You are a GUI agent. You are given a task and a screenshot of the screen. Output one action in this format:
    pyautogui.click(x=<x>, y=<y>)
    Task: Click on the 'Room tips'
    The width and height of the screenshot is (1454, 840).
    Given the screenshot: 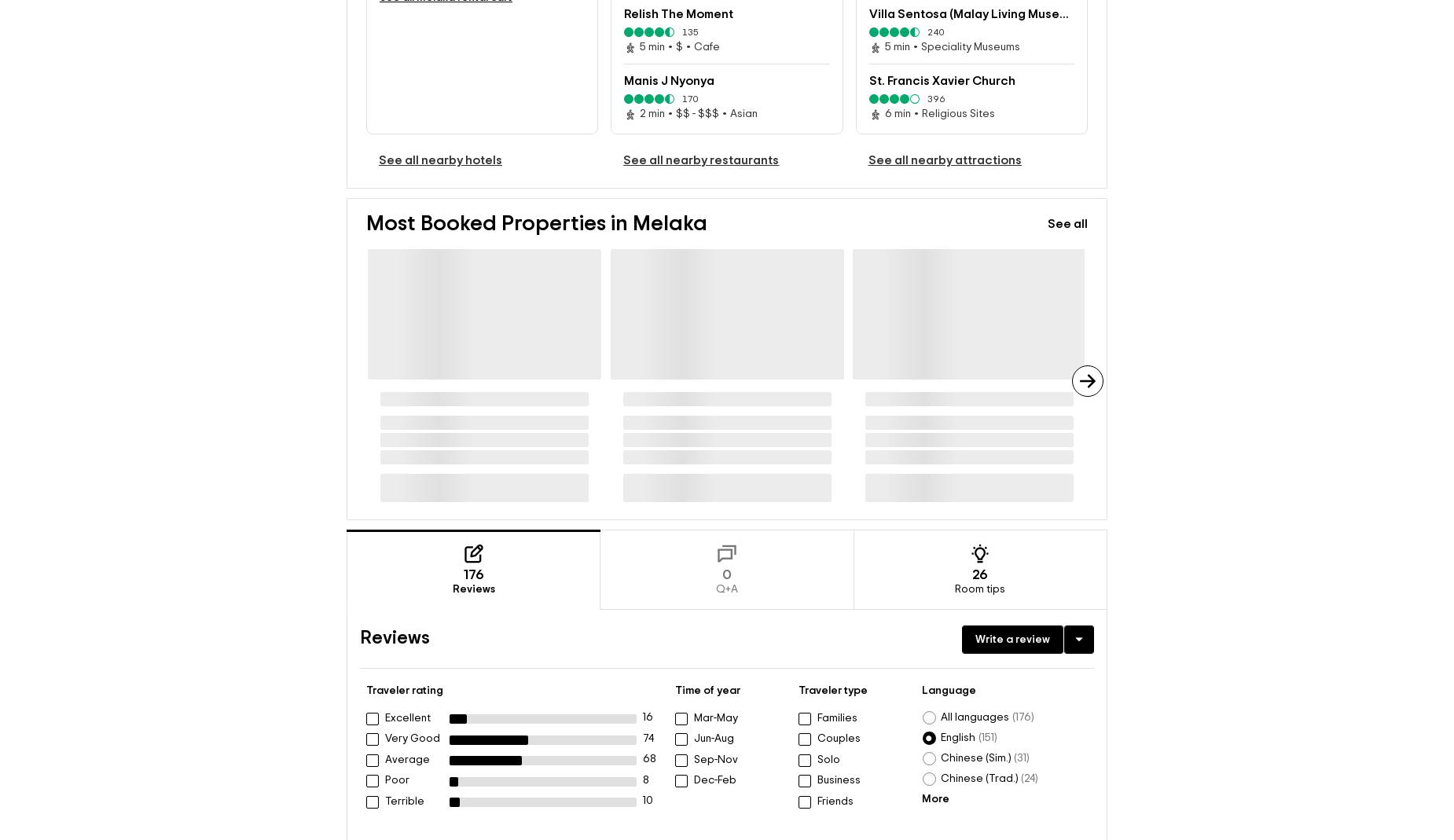 What is the action you would take?
    pyautogui.click(x=979, y=589)
    